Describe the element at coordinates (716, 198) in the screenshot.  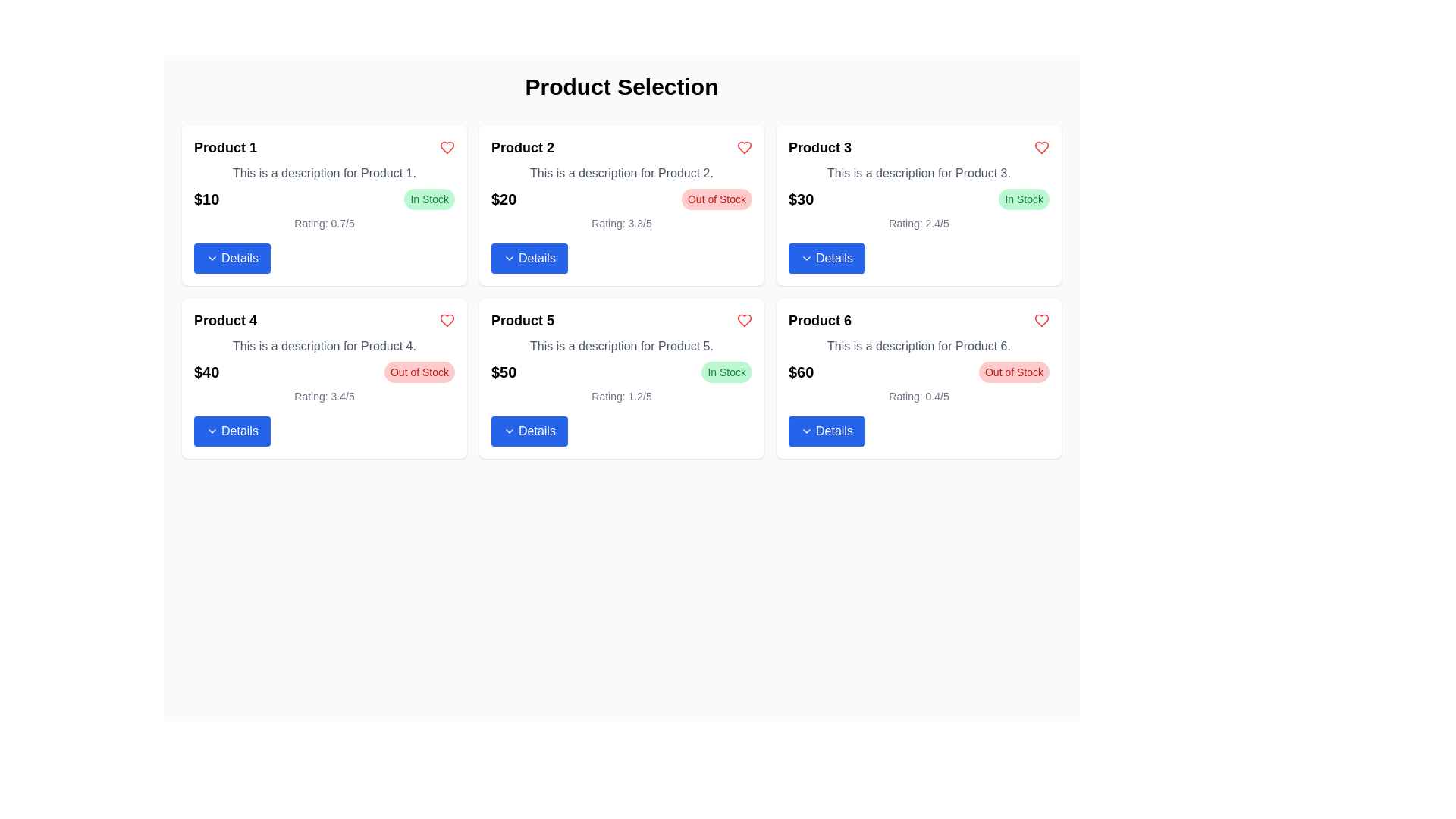
I see `the rounded rectangular label with a light red background and bold red text reading 'Out of Stock', located in the card for 'Product 2', which is in the upper row's second column, positioned to the right of the price label '$20'` at that location.